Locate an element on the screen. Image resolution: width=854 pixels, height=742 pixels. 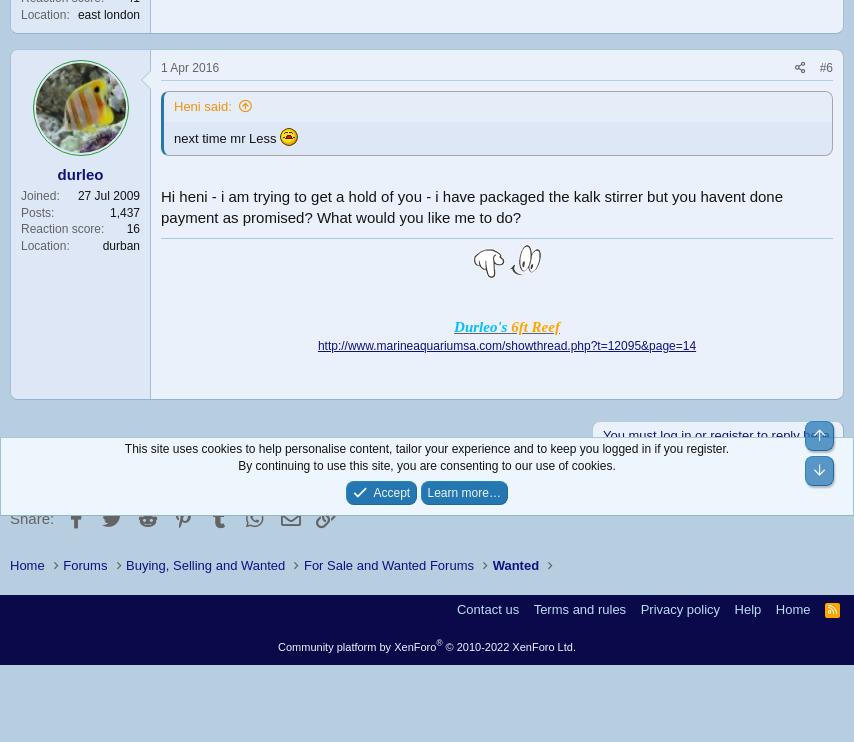
'New posts' is located at coordinates (434, 483).